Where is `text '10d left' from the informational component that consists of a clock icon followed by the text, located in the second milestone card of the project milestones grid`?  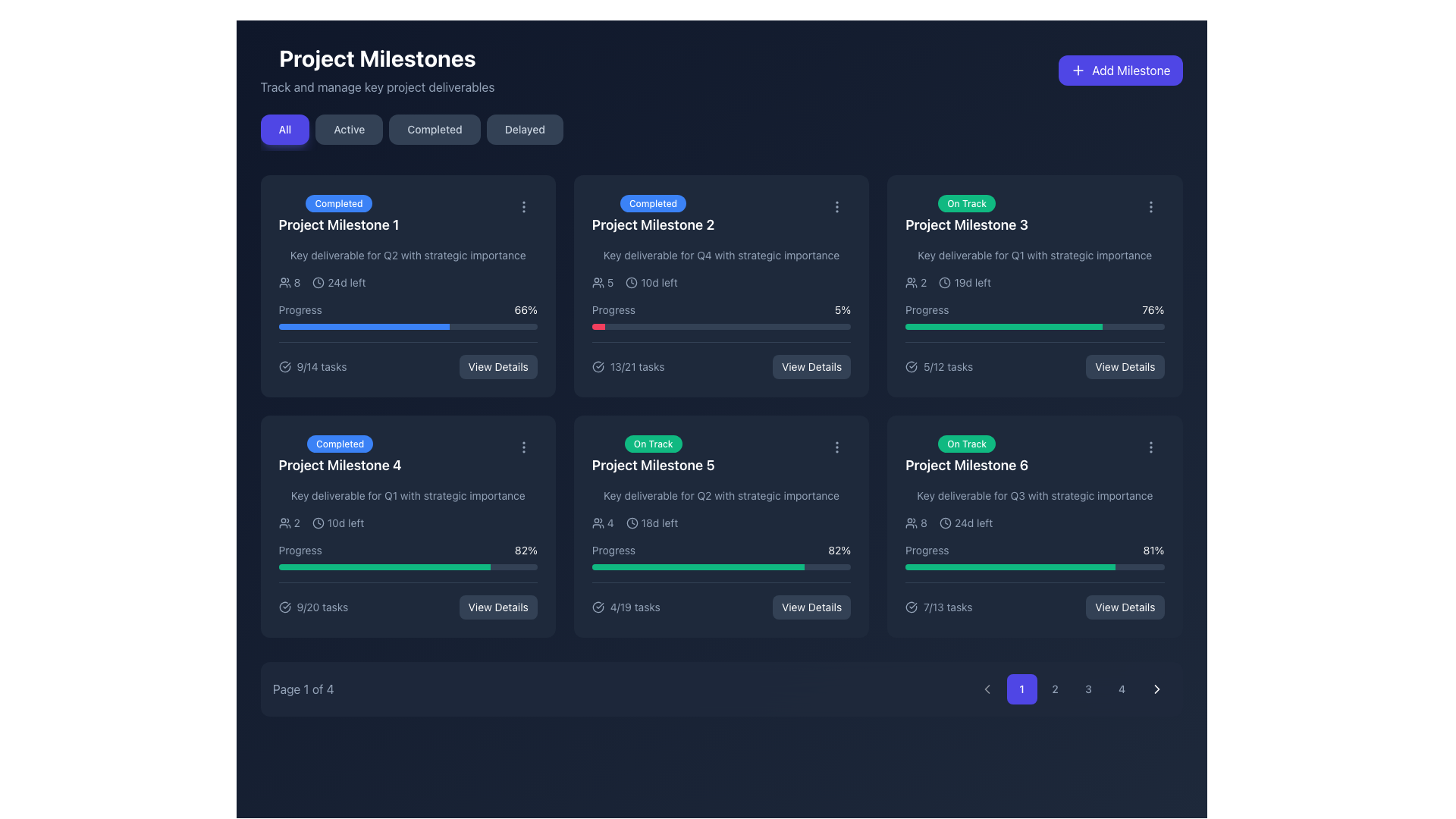
text '10d left' from the informational component that consists of a clock icon followed by the text, located in the second milestone card of the project milestones grid is located at coordinates (651, 283).